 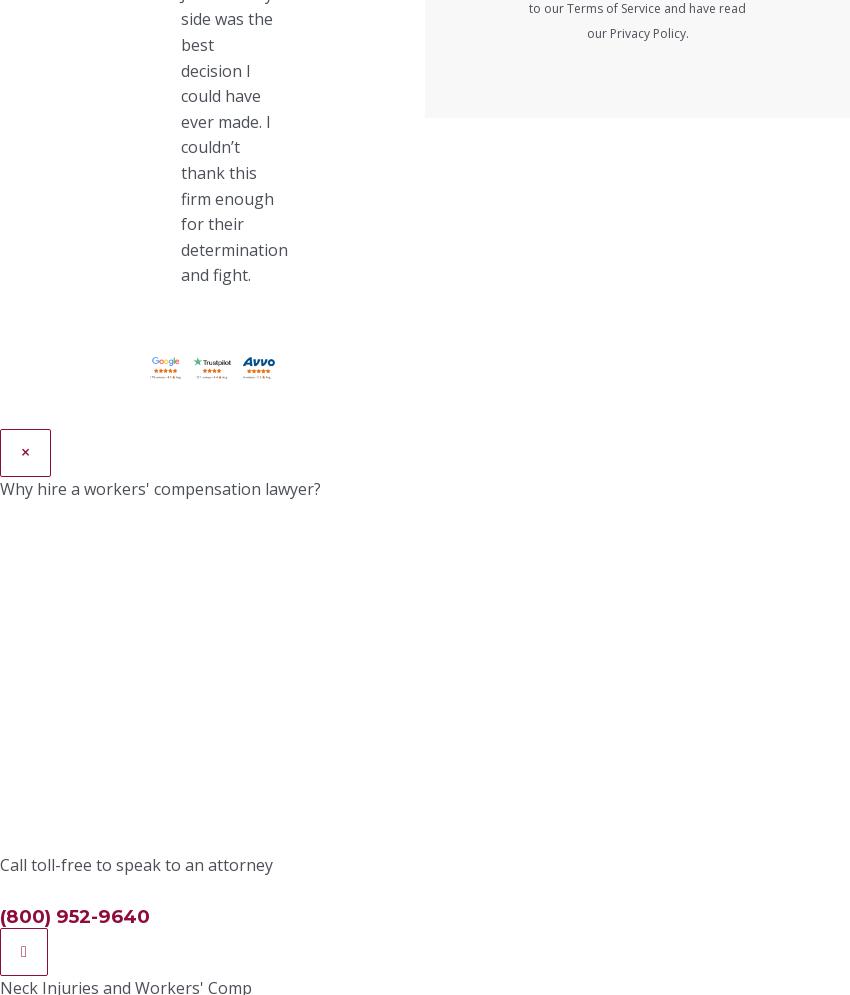 What do you see at coordinates (311, 312) in the screenshot?
I see `'Vocational rehabilitation (job training and counseling if you need to switch careers)'` at bounding box center [311, 312].